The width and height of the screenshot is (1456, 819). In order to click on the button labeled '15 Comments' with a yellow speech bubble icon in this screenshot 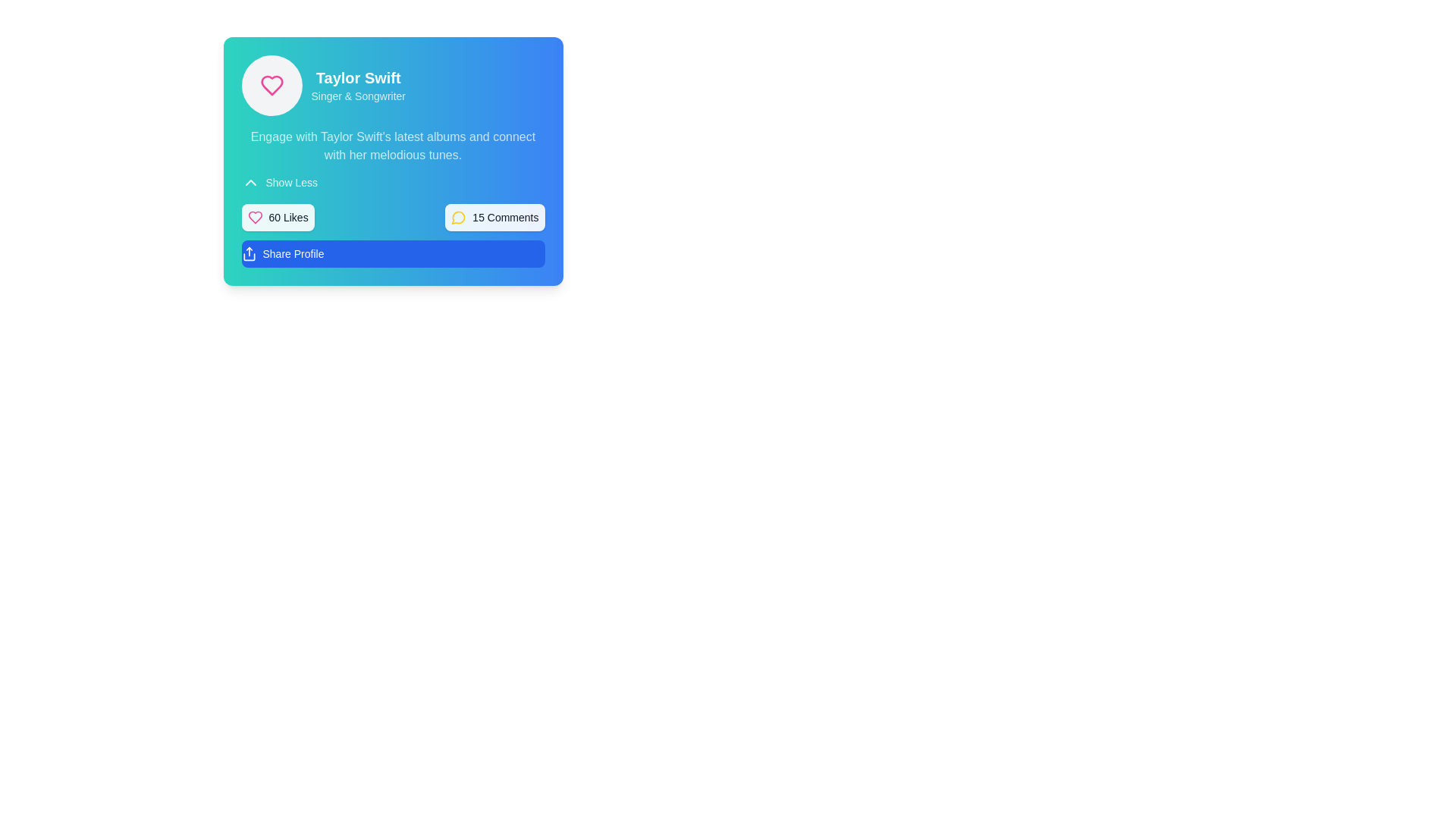, I will do `click(494, 217)`.